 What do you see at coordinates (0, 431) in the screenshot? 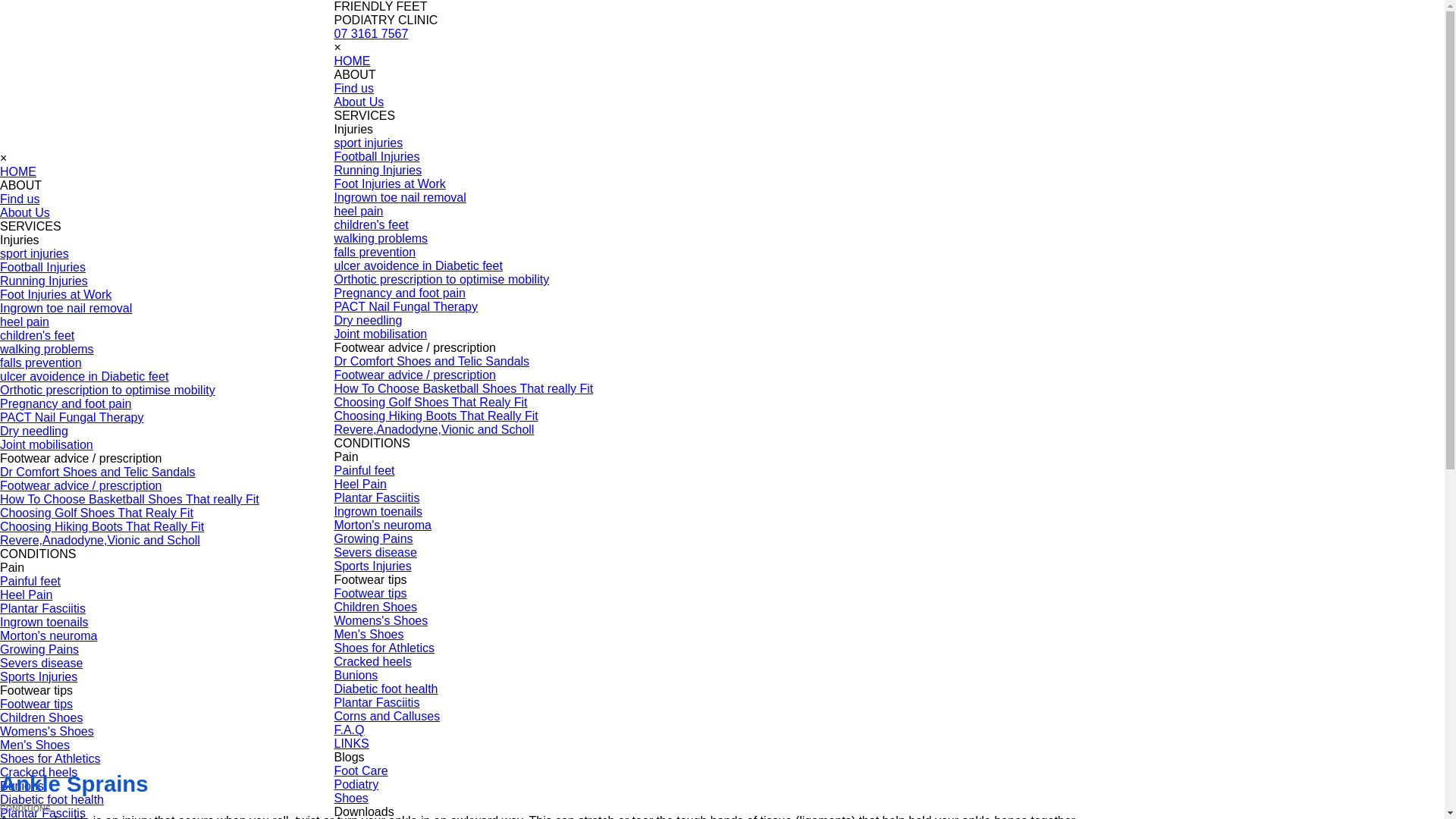
I see `'Dry needling'` at bounding box center [0, 431].